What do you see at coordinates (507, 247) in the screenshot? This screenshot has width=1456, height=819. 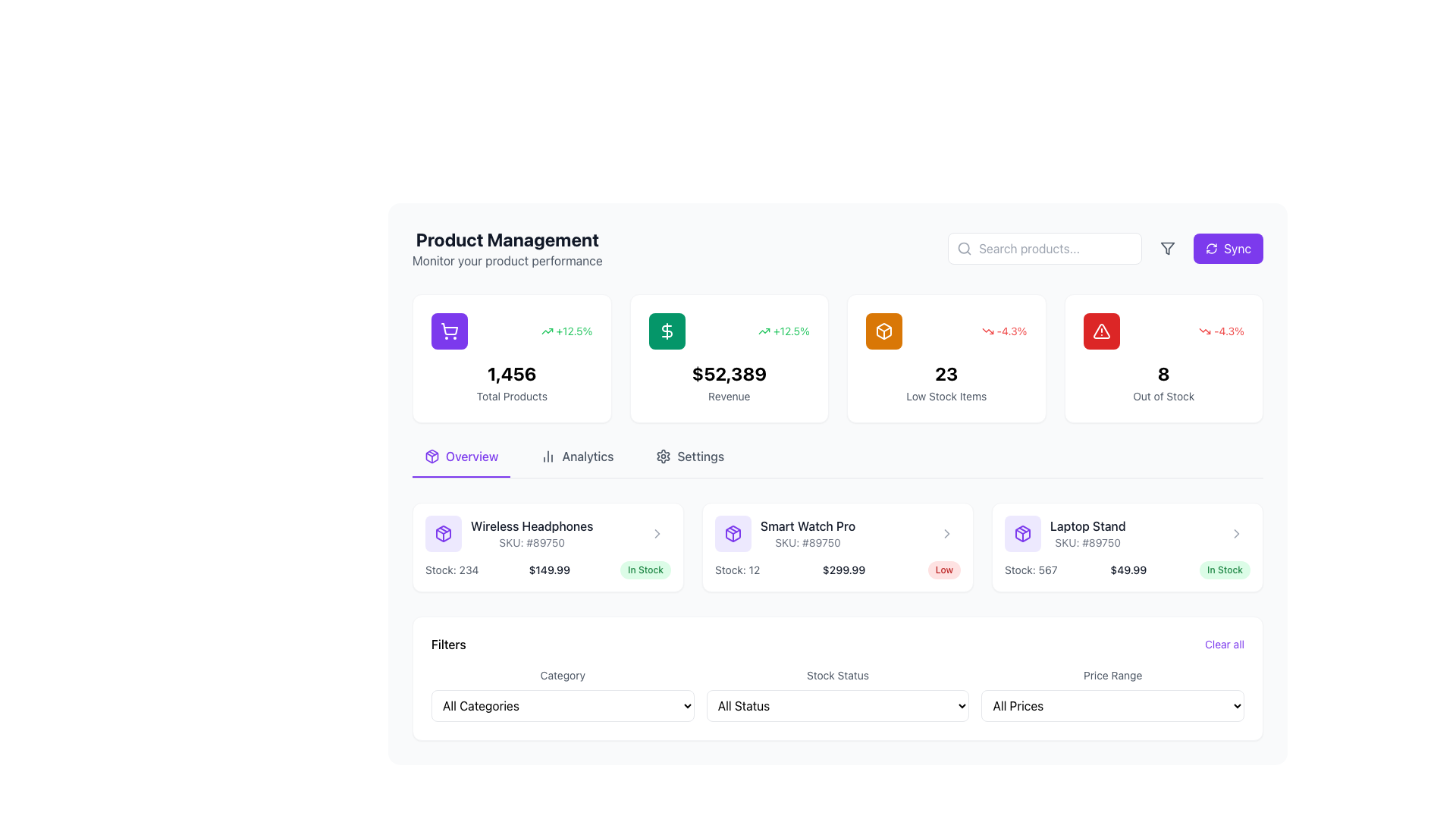 I see `textual header with subtitle located in the upper-central region of the interface, providing an overview of the dashboard's content and purpose` at bounding box center [507, 247].